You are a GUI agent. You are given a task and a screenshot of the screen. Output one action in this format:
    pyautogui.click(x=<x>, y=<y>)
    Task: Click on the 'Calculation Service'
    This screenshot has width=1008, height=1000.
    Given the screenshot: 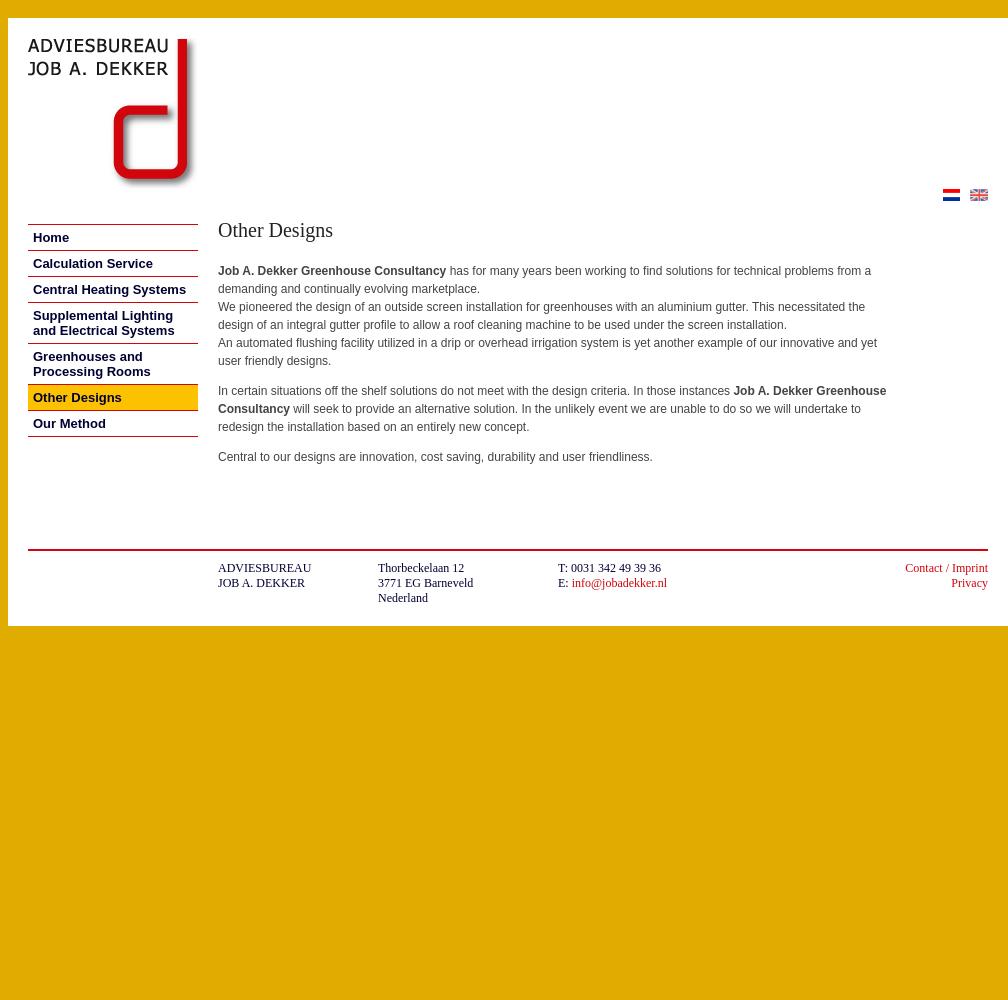 What is the action you would take?
    pyautogui.click(x=92, y=263)
    